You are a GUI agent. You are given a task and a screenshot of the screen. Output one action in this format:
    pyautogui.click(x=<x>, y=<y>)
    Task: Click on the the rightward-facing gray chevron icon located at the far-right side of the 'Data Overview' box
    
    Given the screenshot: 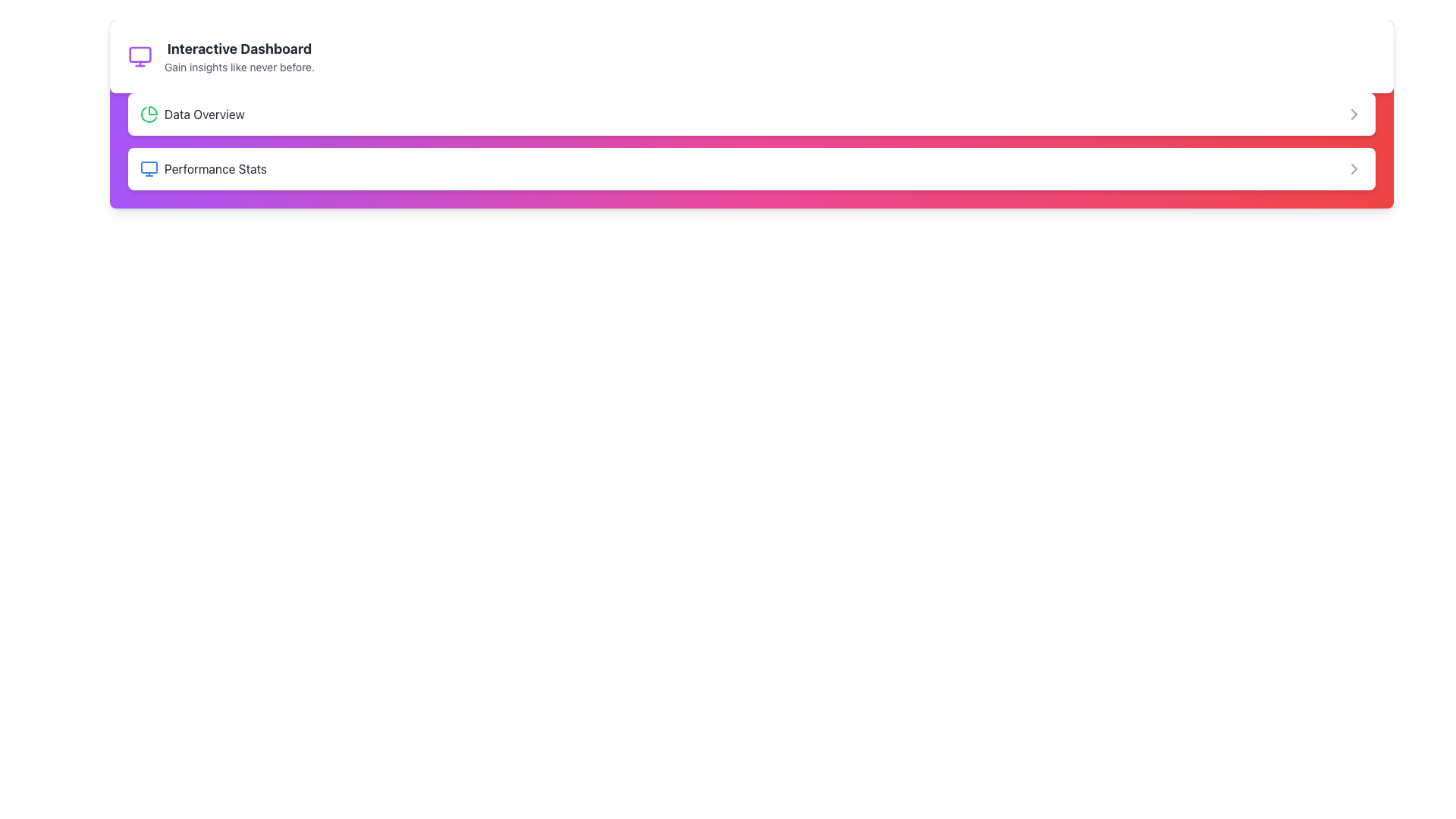 What is the action you would take?
    pyautogui.click(x=1354, y=113)
    